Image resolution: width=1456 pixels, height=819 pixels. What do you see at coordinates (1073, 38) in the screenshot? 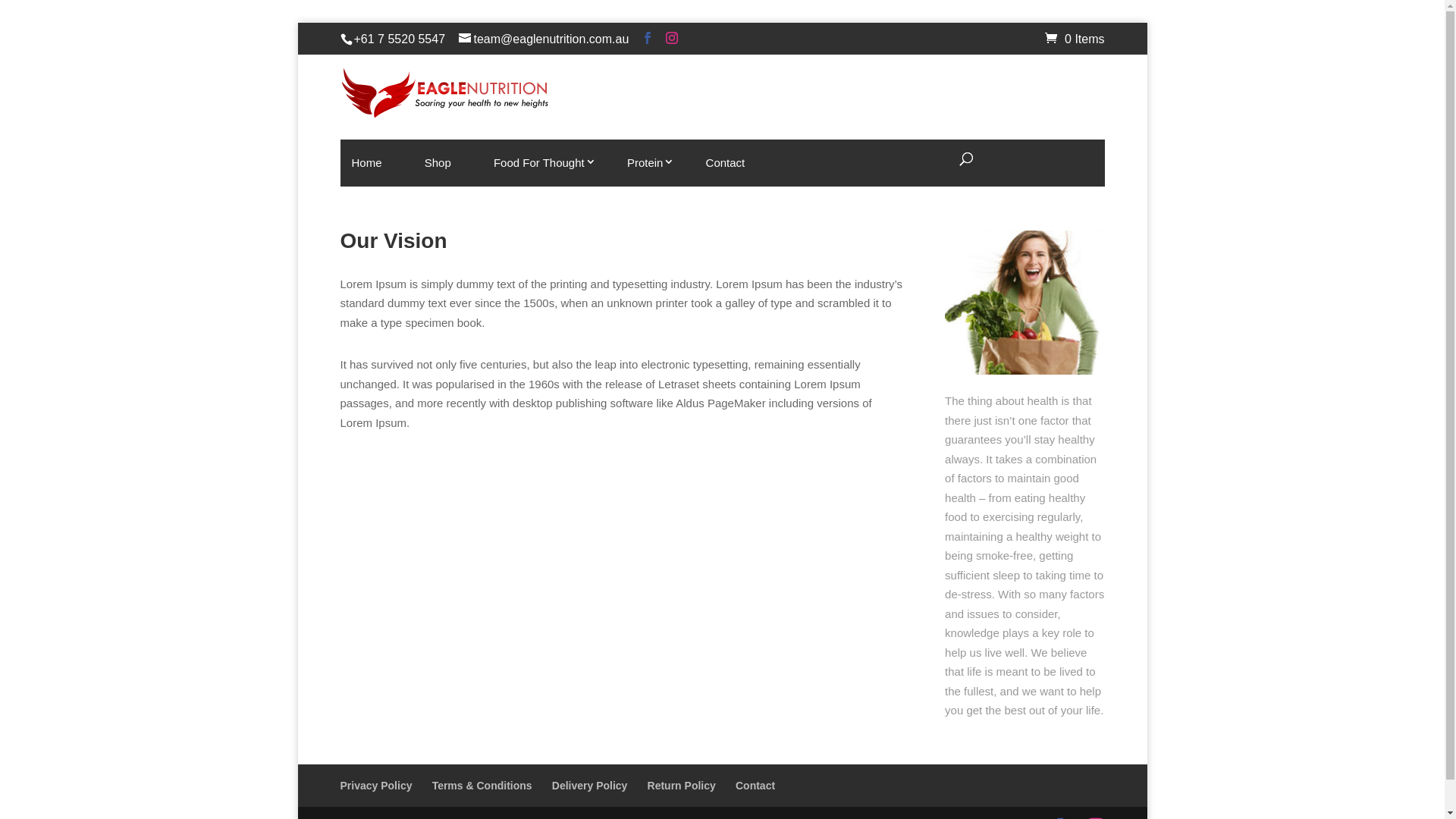
I see `'0 Items'` at bounding box center [1073, 38].